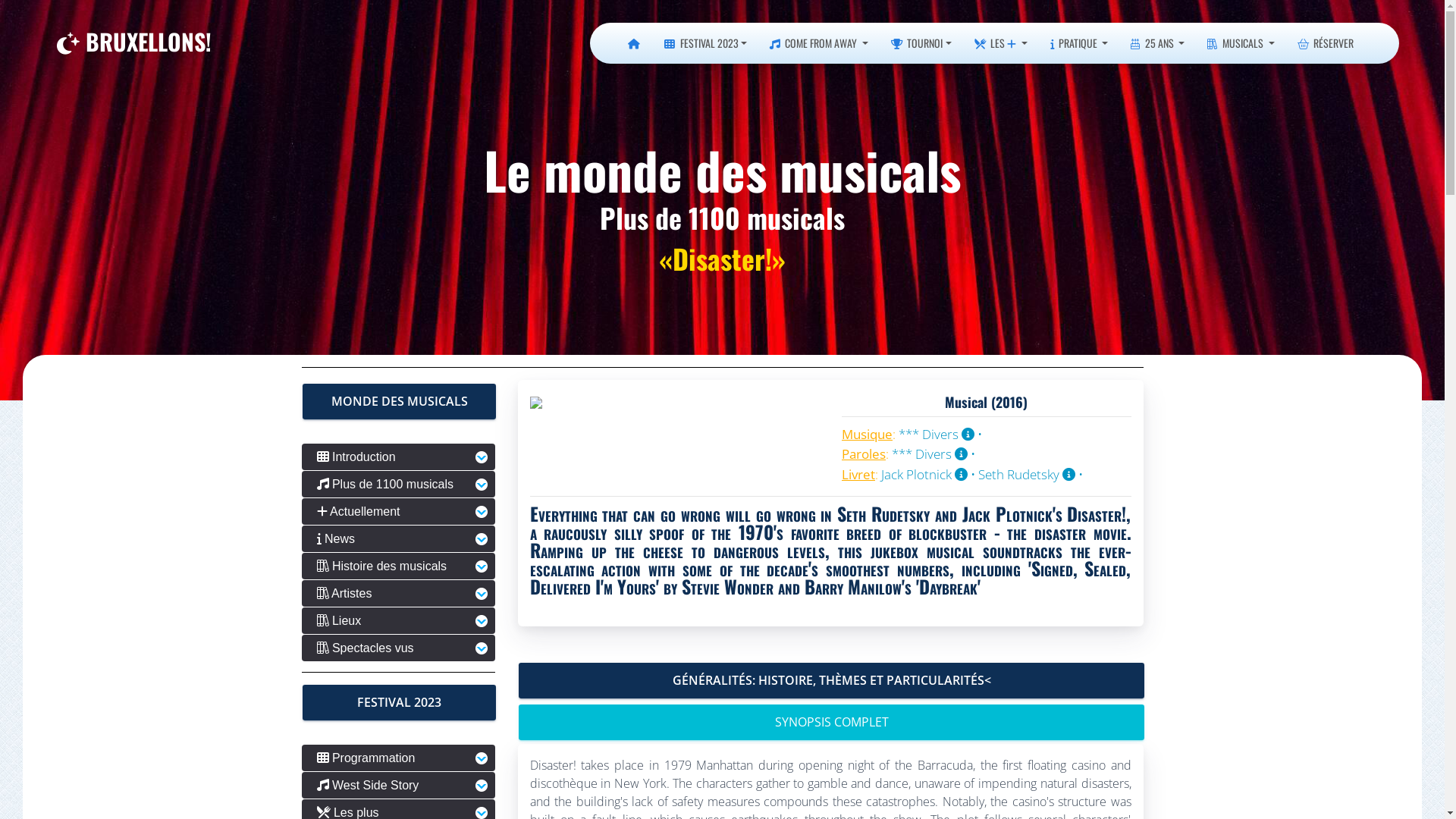 This screenshot has height=819, width=1456. Describe the element at coordinates (1001, 42) in the screenshot. I see `'LES'` at that location.